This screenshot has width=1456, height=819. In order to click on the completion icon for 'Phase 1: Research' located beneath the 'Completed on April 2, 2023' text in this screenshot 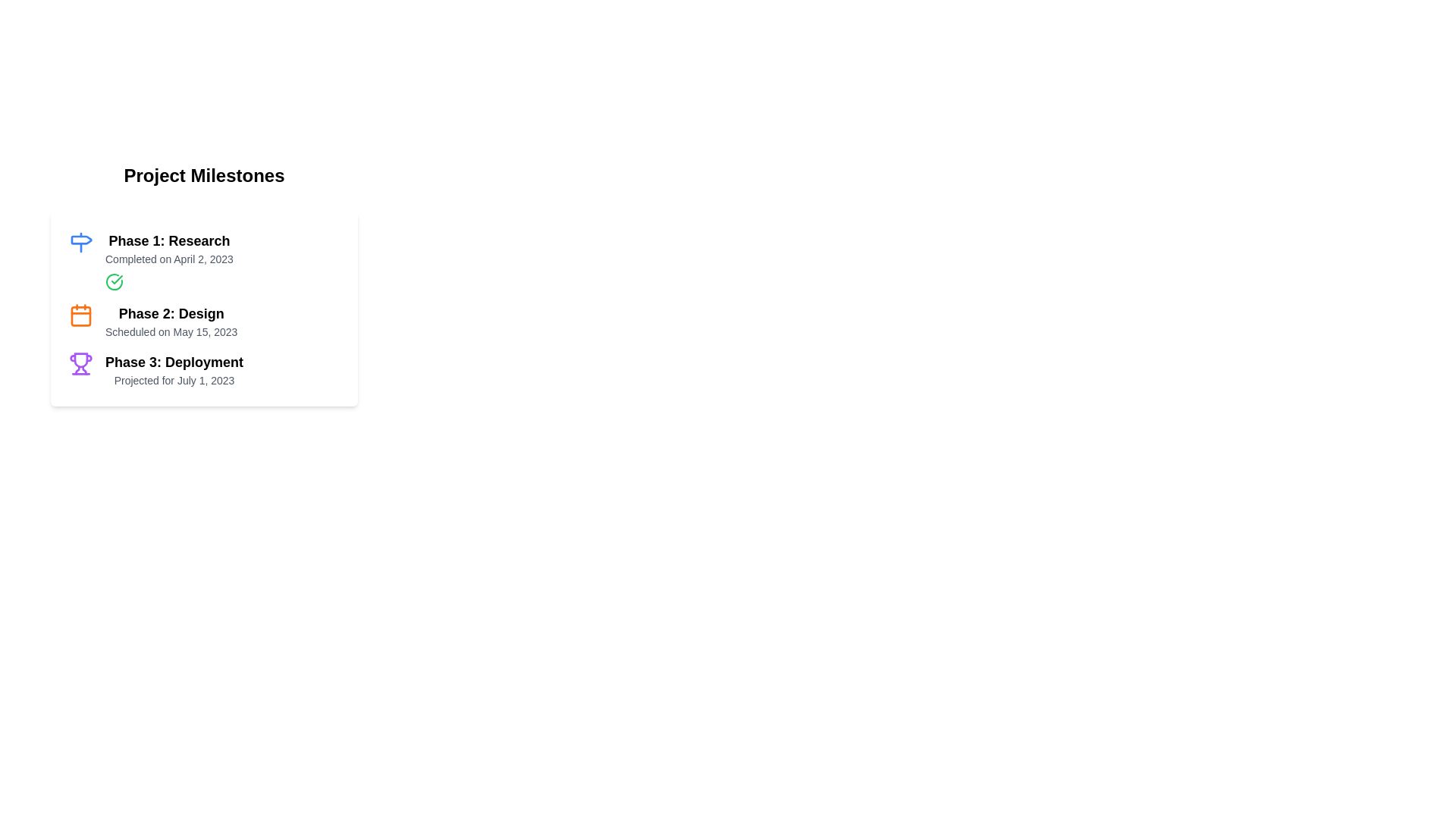, I will do `click(113, 281)`.